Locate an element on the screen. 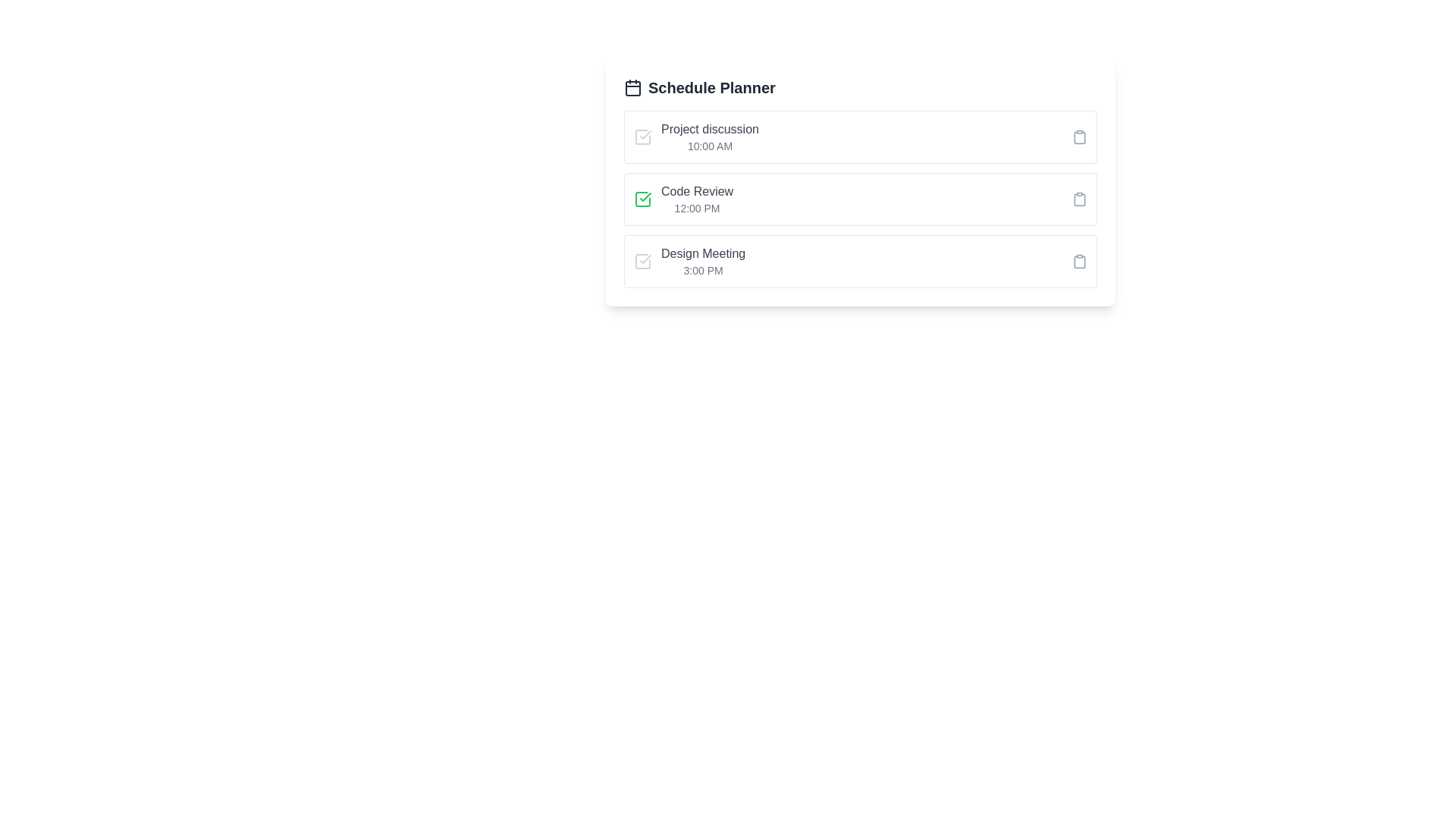  the clipboard icon for the task 'Design Meeting' to access additional options is located at coordinates (1079, 260).